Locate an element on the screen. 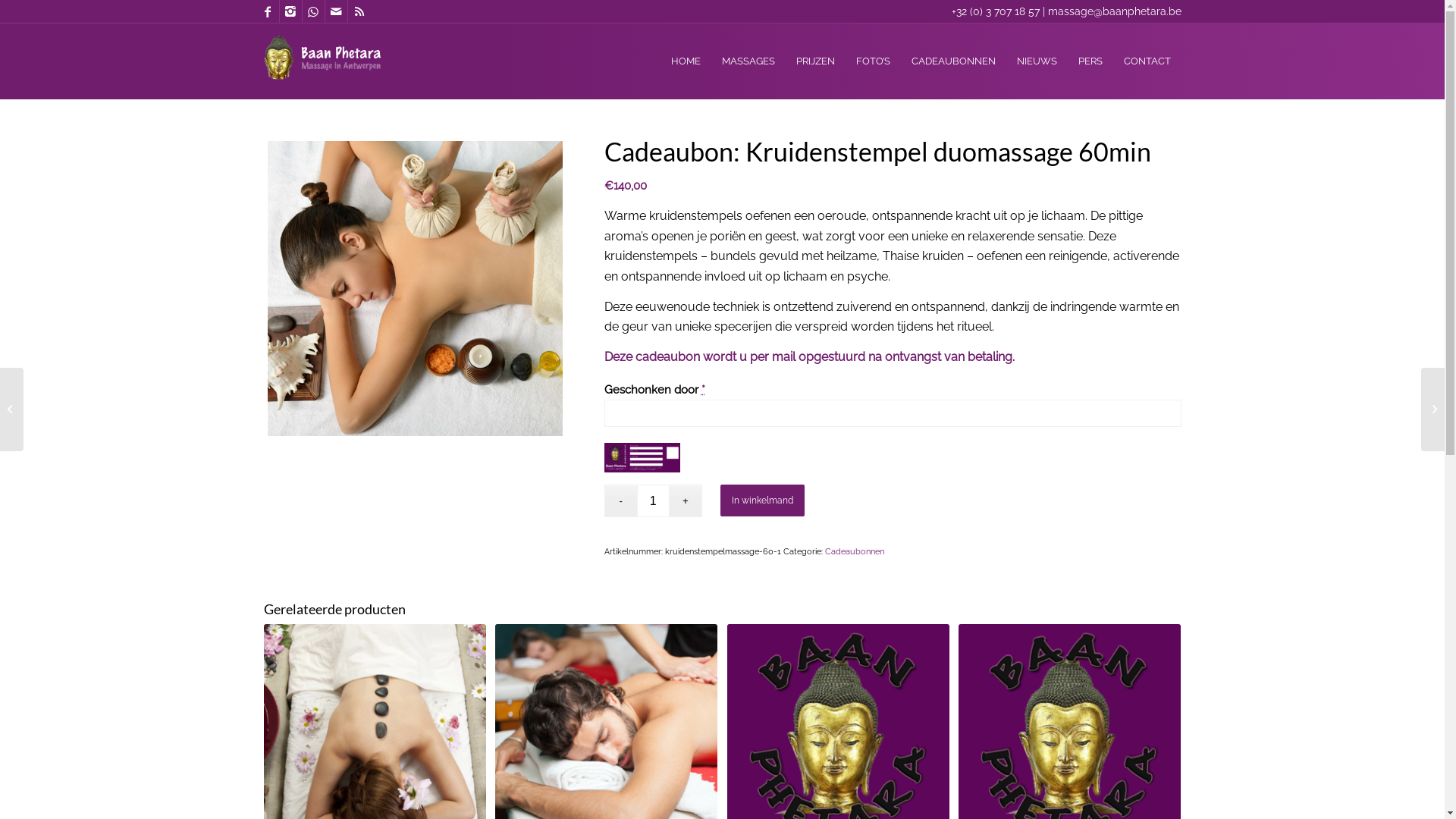 This screenshot has width=1456, height=819. 'In winkelmand' is located at coordinates (762, 500).